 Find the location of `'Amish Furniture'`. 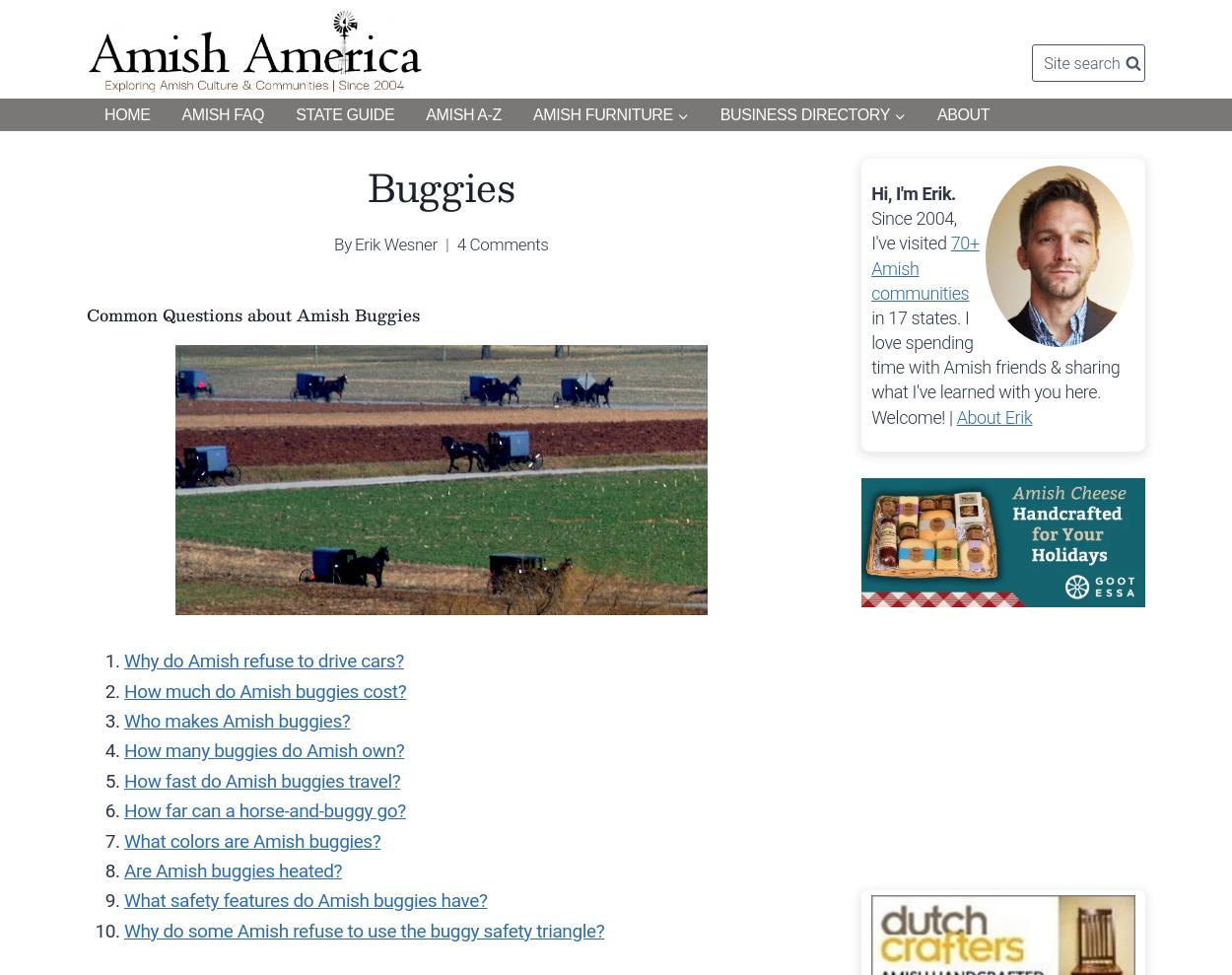

'Amish Furniture' is located at coordinates (601, 113).